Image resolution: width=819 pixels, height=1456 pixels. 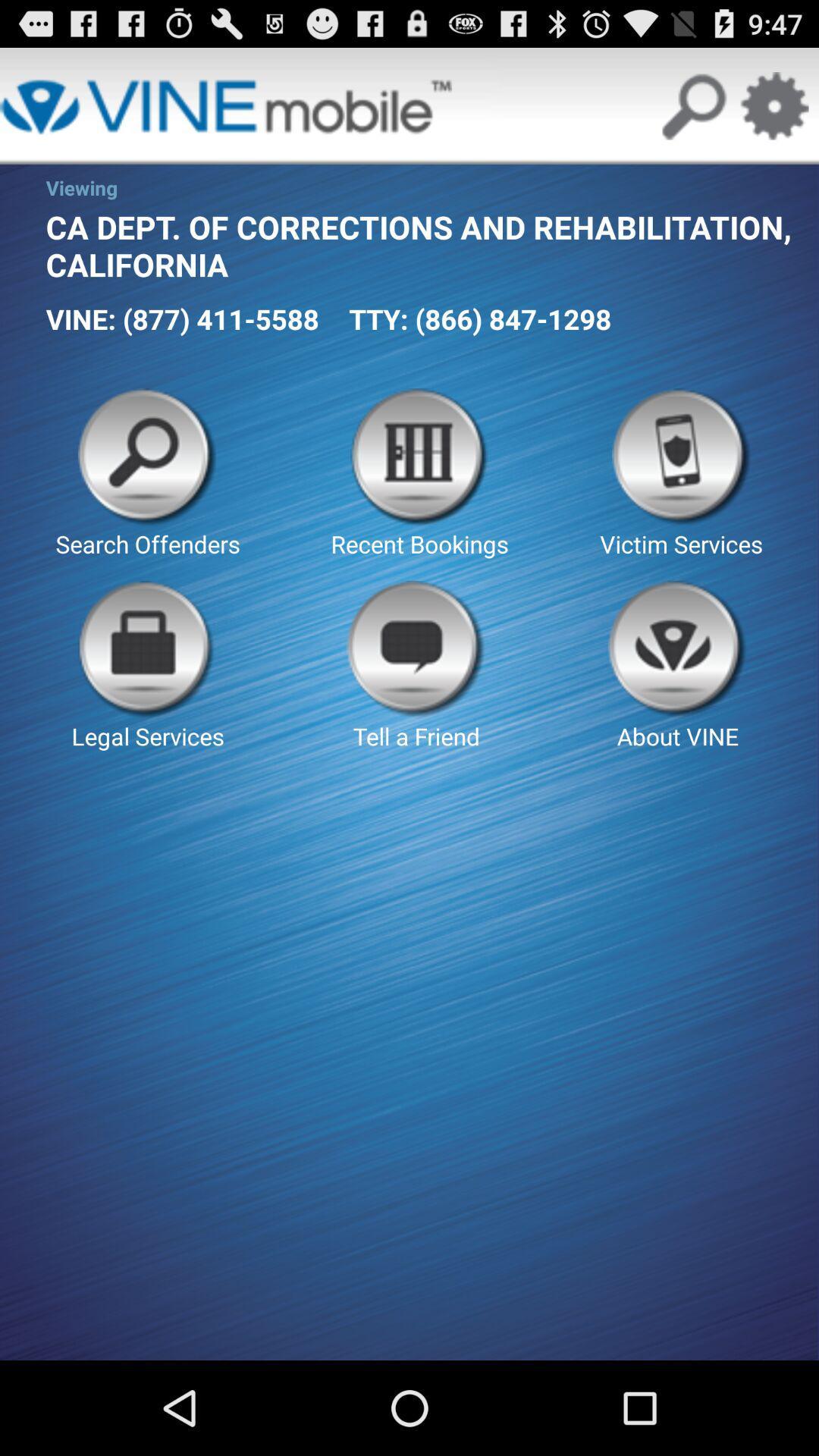 What do you see at coordinates (181, 318) in the screenshot?
I see `the icon to the left of the tty 866 847 icon` at bounding box center [181, 318].